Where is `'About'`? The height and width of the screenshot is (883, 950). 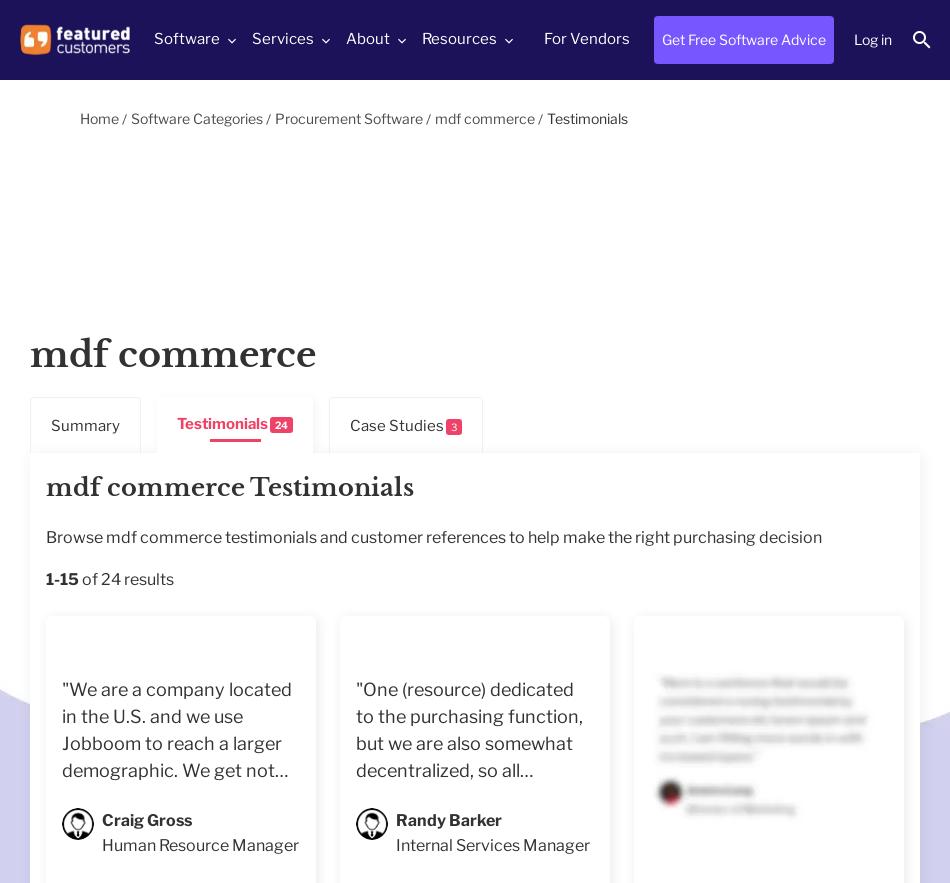
'About' is located at coordinates (367, 38).